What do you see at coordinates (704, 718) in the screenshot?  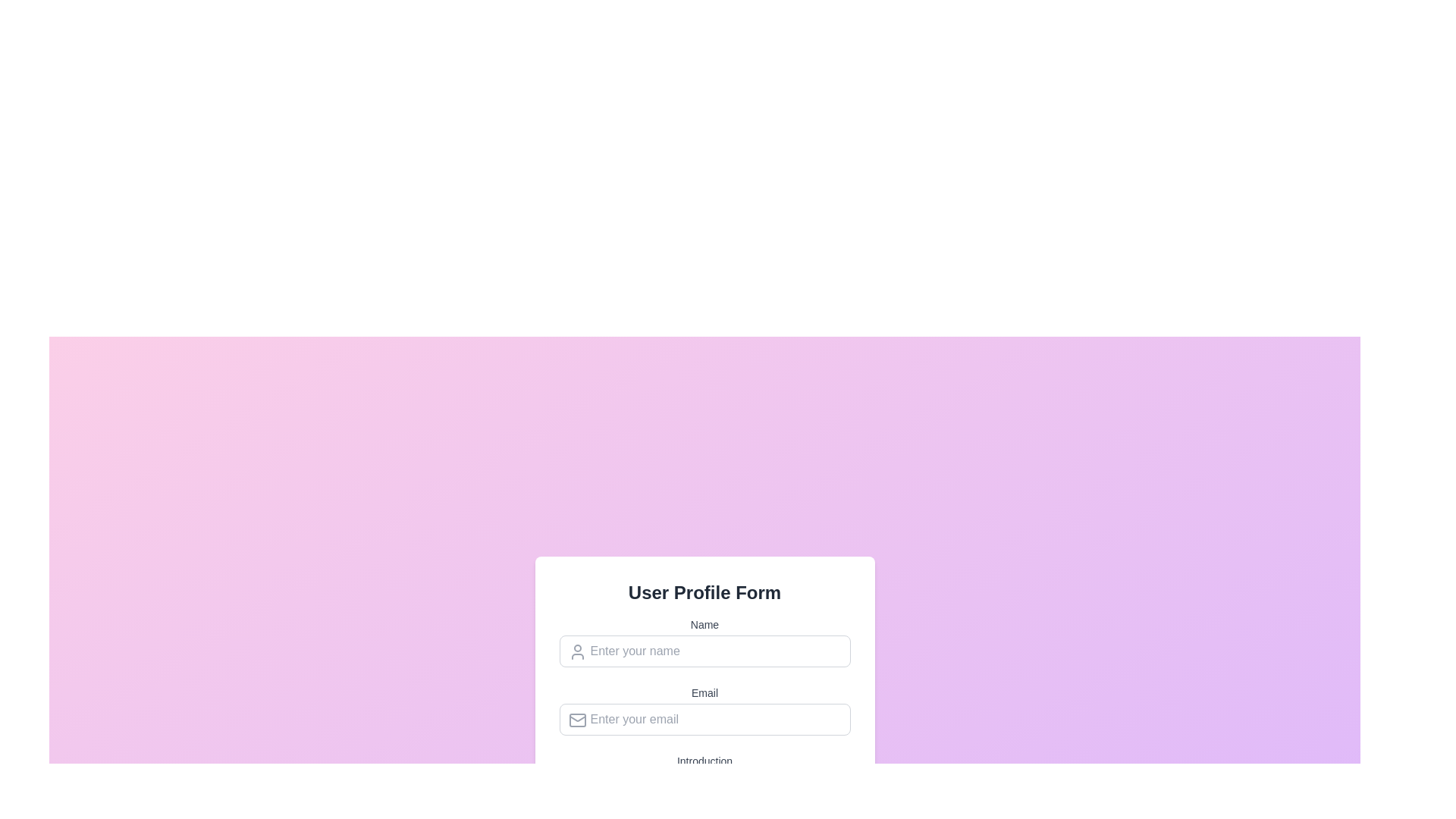 I see `the email input field, which is styled with rounded borders and a light gray outline` at bounding box center [704, 718].